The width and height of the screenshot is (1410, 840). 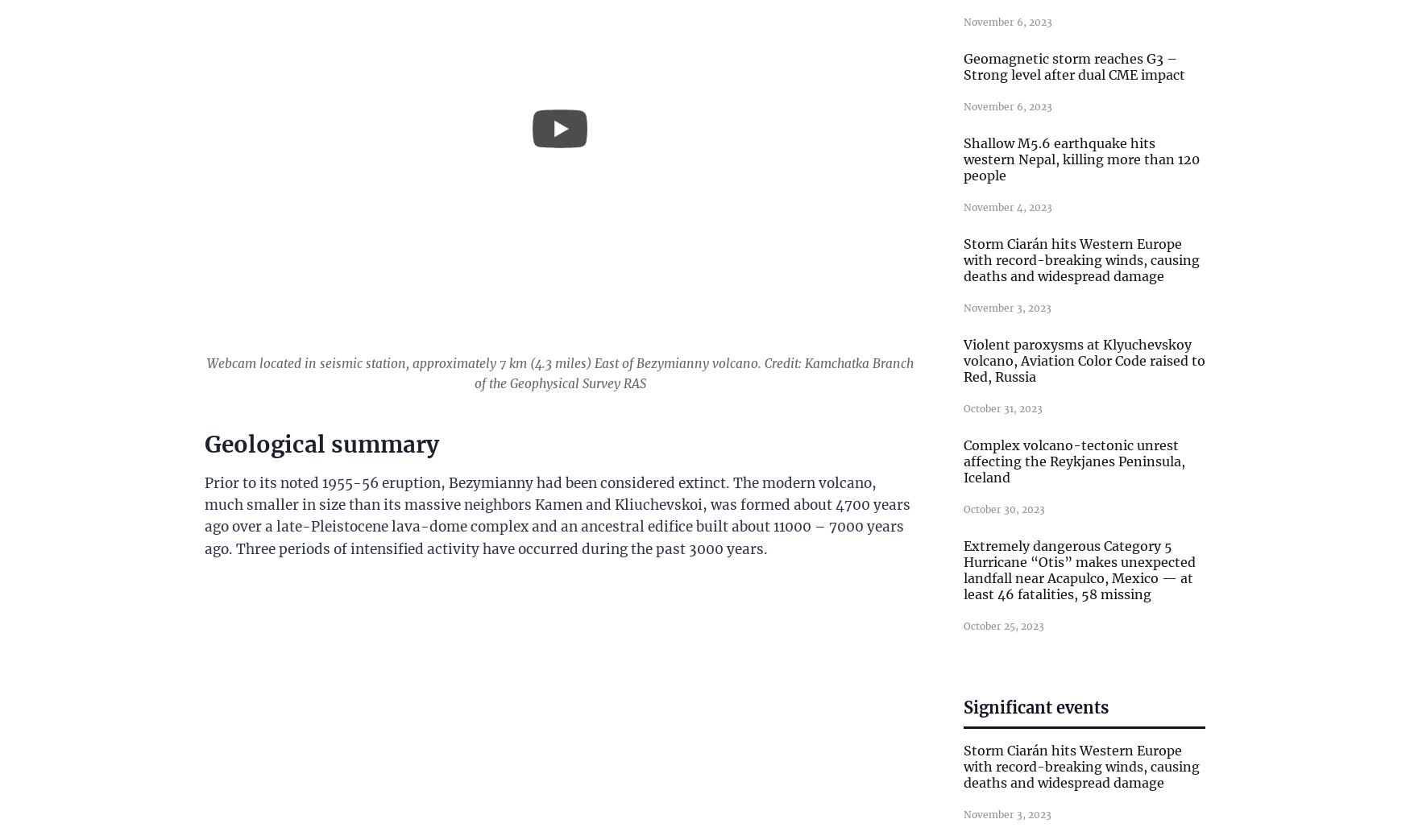 I want to click on 'October 30, 2023', so click(x=1004, y=508).